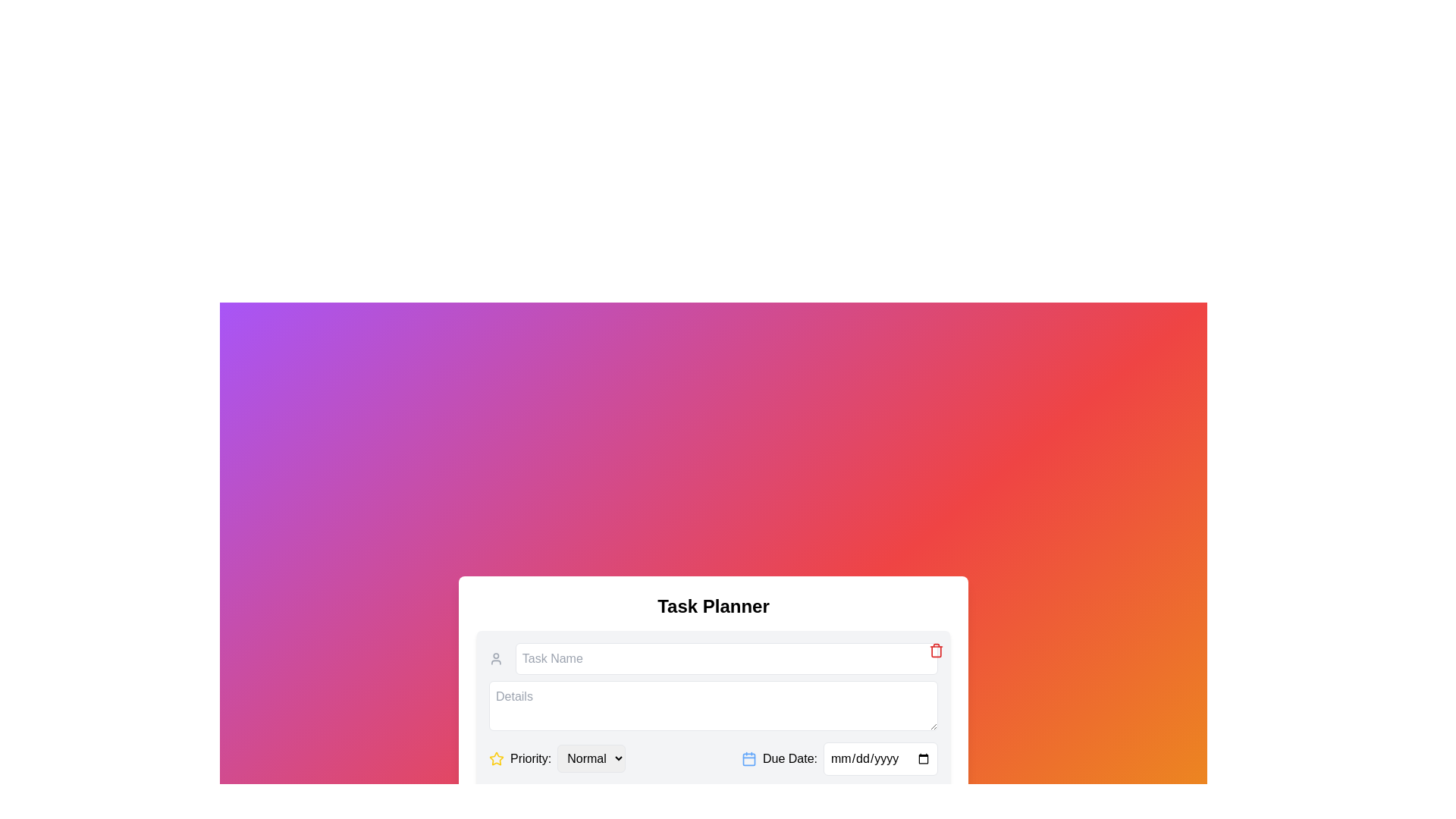  What do you see at coordinates (880, 758) in the screenshot?
I see `the date input field with the placeholder formatted as 'mm/dd/yyyy' in the 'Task Planner' section` at bounding box center [880, 758].